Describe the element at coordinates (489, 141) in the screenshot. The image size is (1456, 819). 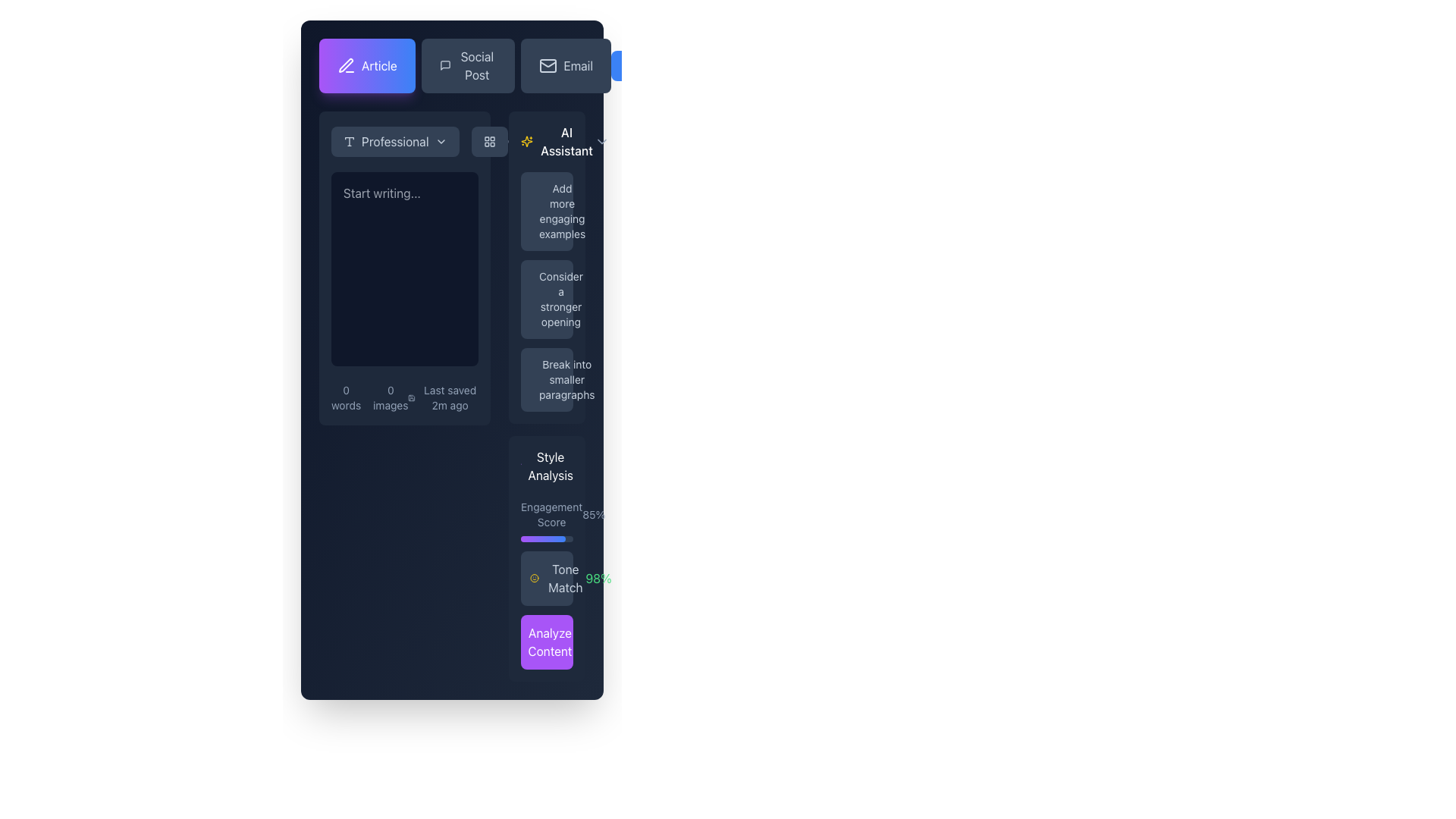
I see `the grid layout icon located in the top-right section of the user interface` at that location.